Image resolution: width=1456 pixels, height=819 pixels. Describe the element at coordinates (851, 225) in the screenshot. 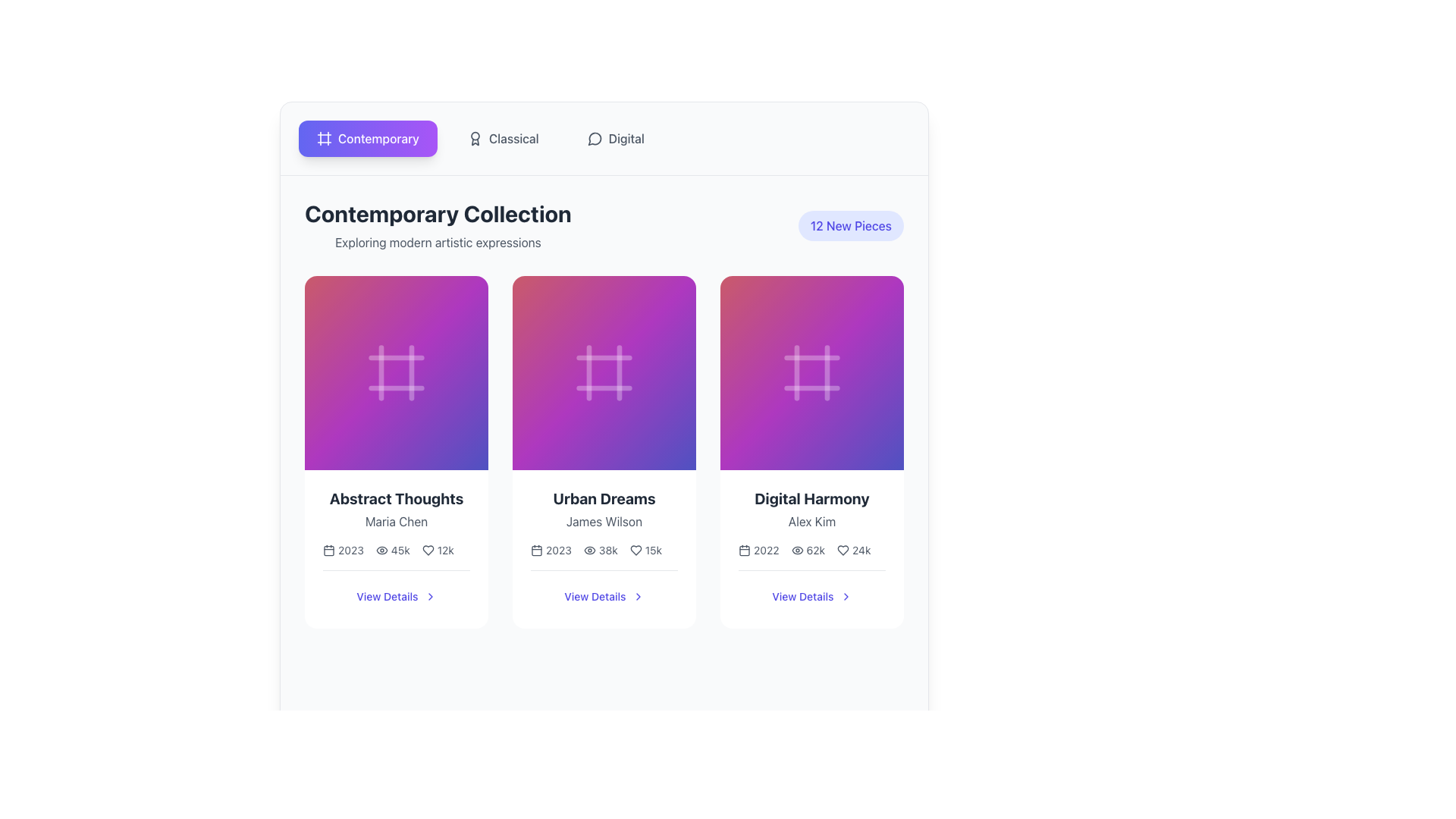

I see `the text label indicating new or updated content in the top-right region near the 'Contemporary Collection' title, which is within a rounded rectangular badge with a light indigo background` at that location.